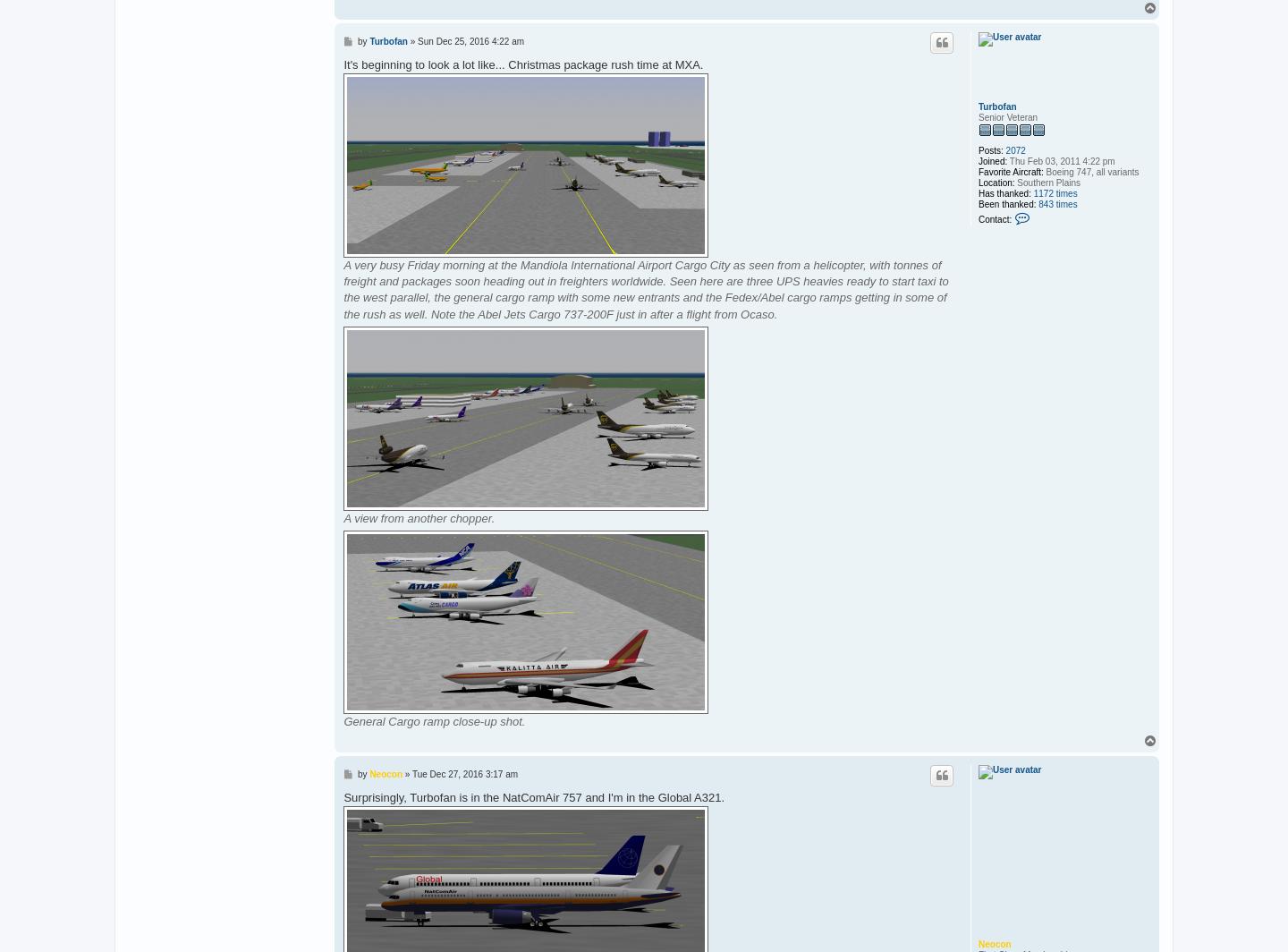 This screenshot has height=952, width=1288. What do you see at coordinates (343, 64) in the screenshot?
I see `'It's beginning to look a lot like... Christmas package rush time at MXA.'` at bounding box center [343, 64].